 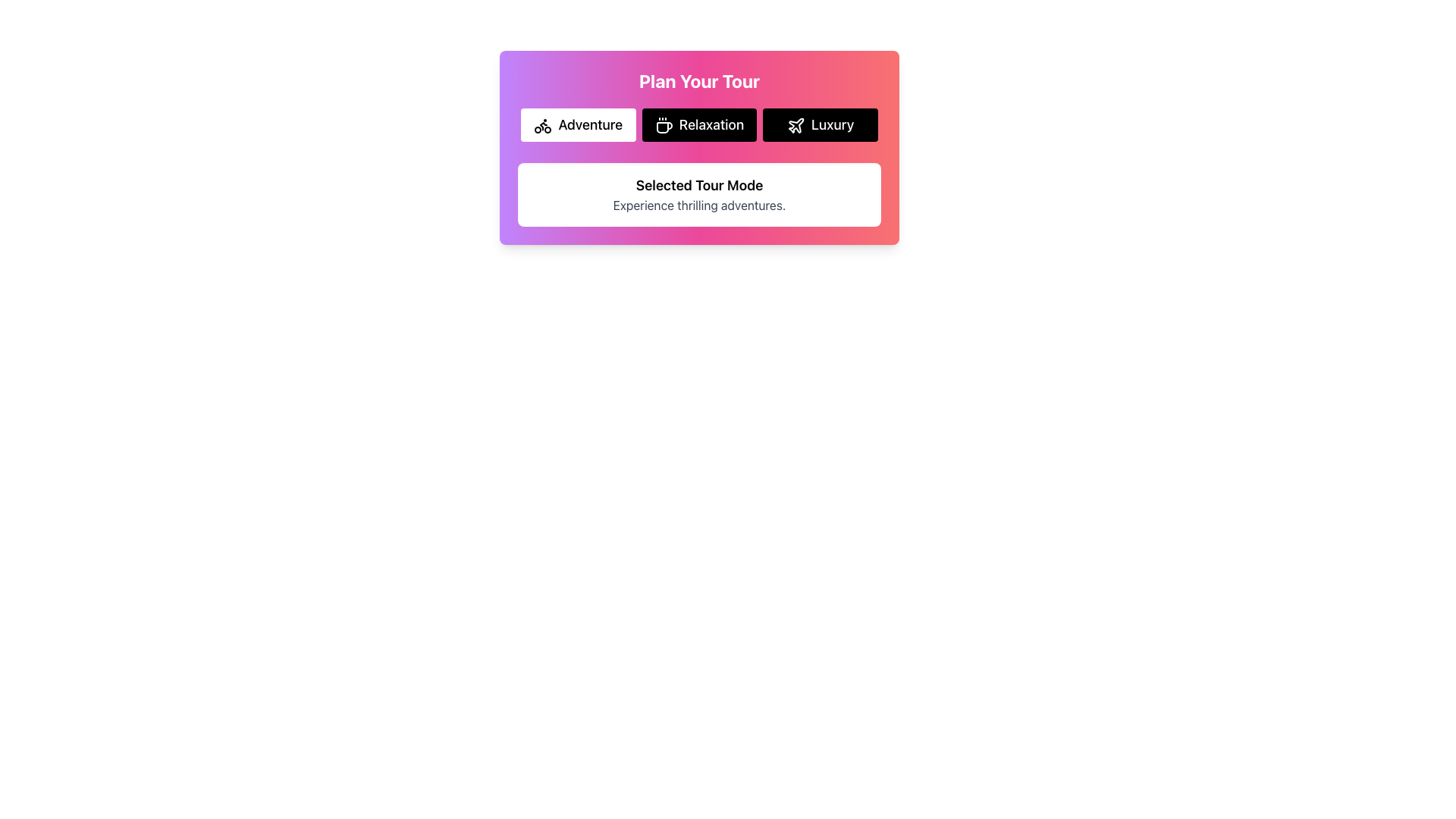 What do you see at coordinates (795, 125) in the screenshot?
I see `the airplane icon representing the 'Luxury' option in the selection menu, which is the third button labeled 'Luxury' in the horizontal selection component` at bounding box center [795, 125].